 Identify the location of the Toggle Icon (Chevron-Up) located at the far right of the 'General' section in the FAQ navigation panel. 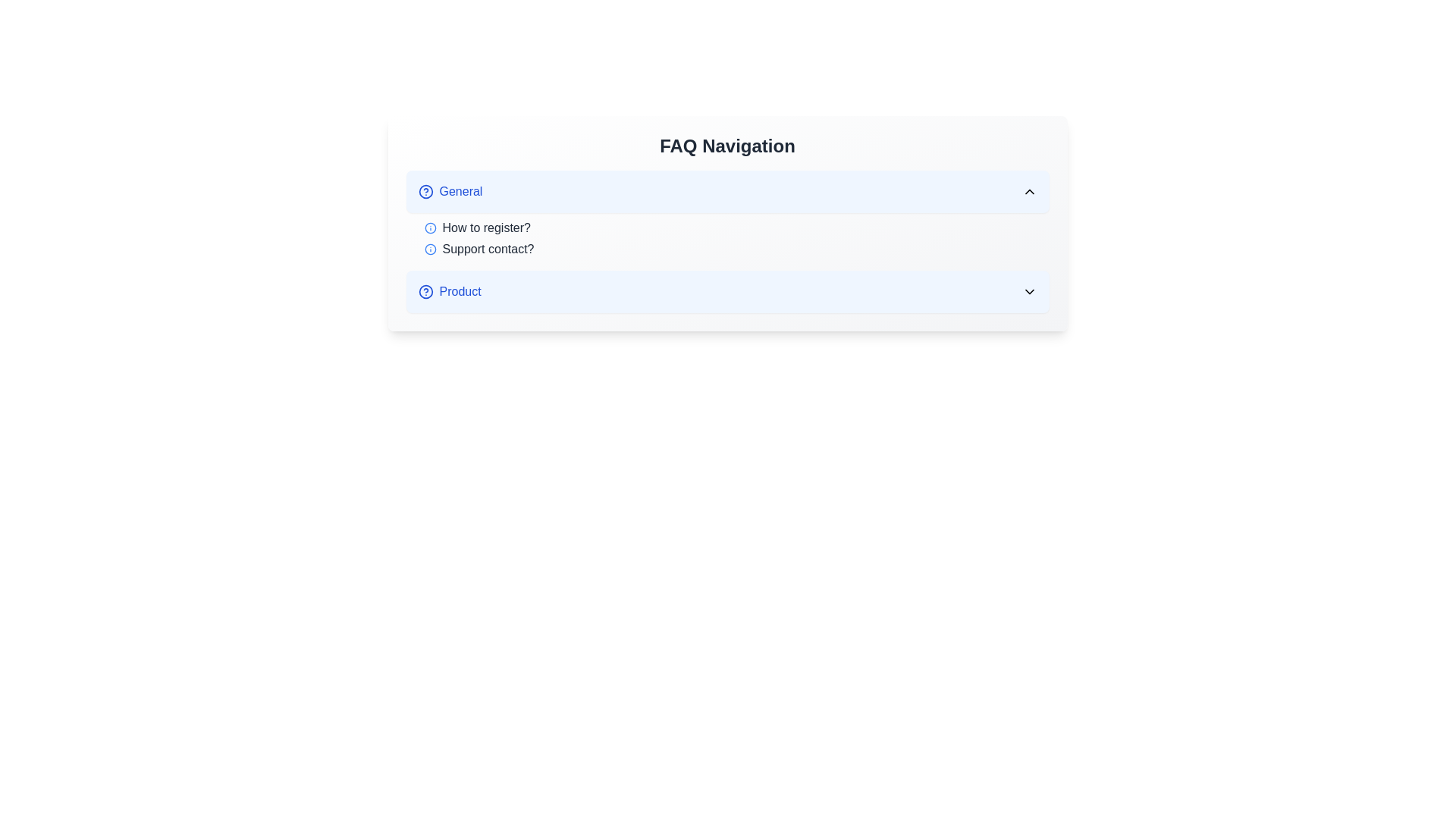
(1029, 191).